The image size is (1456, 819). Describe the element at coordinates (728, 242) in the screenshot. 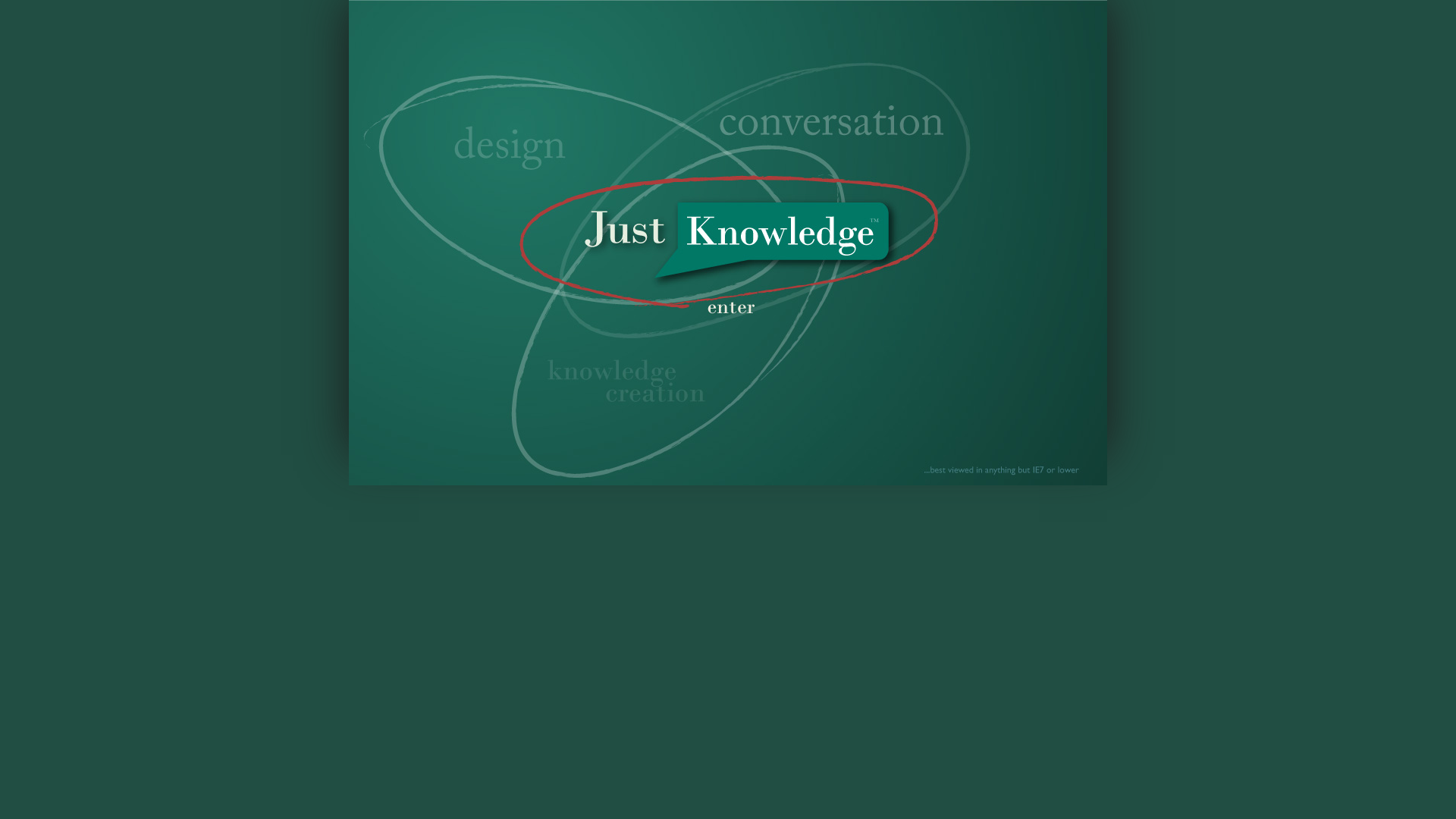

I see `'Enter Site'` at that location.